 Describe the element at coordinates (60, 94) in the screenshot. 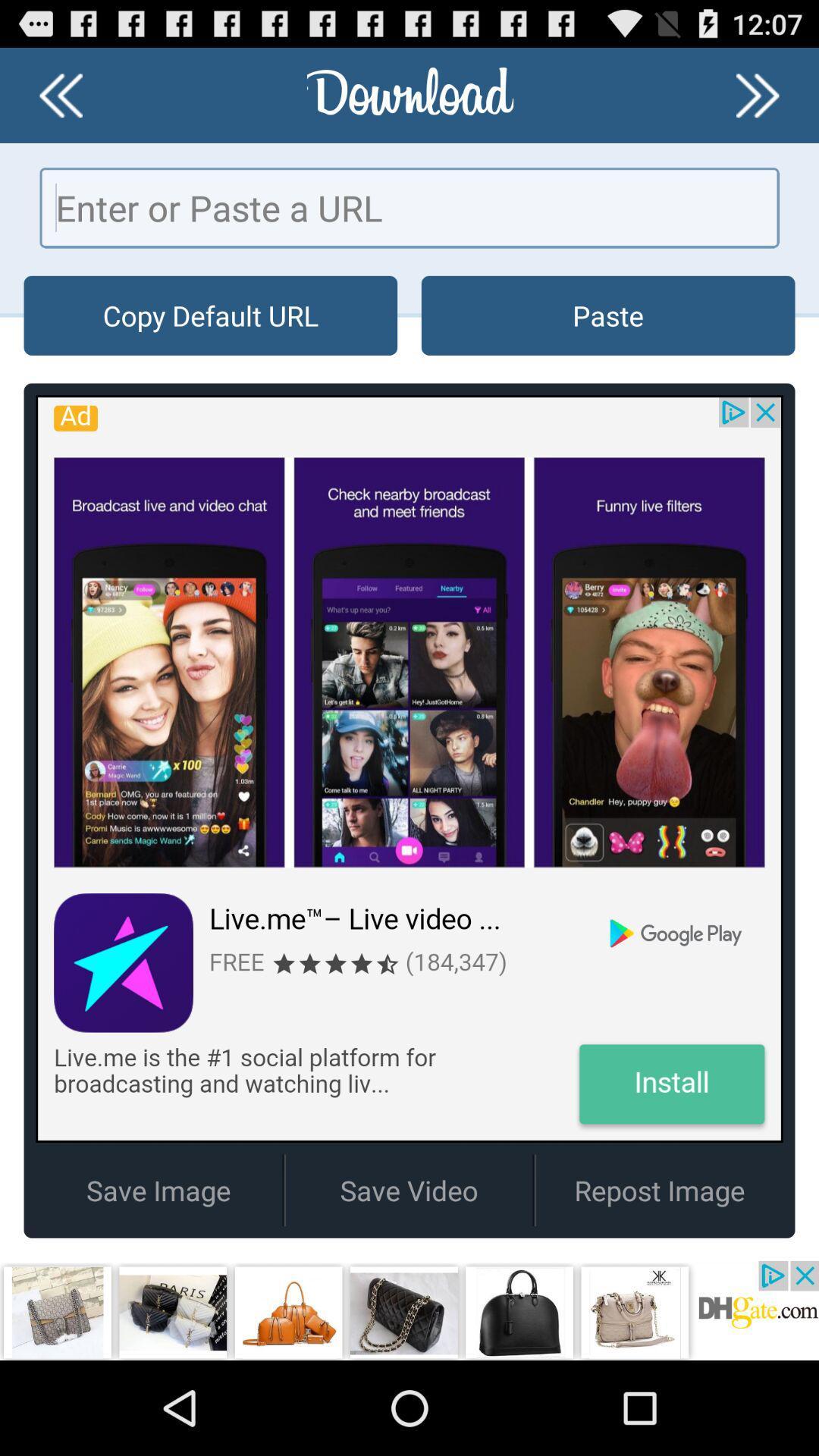

I see `back` at that location.